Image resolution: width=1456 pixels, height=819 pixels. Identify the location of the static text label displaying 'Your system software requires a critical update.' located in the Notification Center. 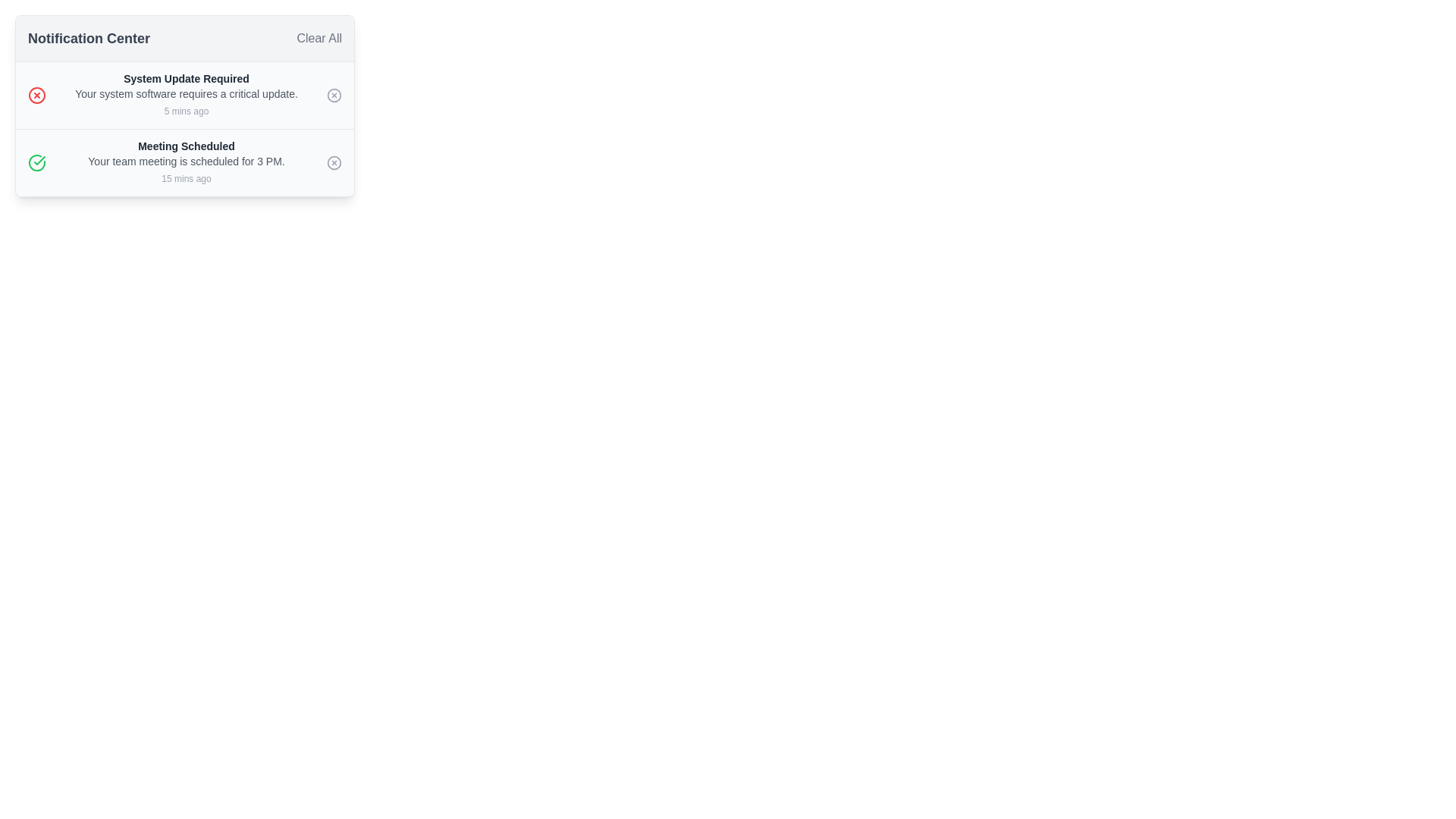
(185, 93).